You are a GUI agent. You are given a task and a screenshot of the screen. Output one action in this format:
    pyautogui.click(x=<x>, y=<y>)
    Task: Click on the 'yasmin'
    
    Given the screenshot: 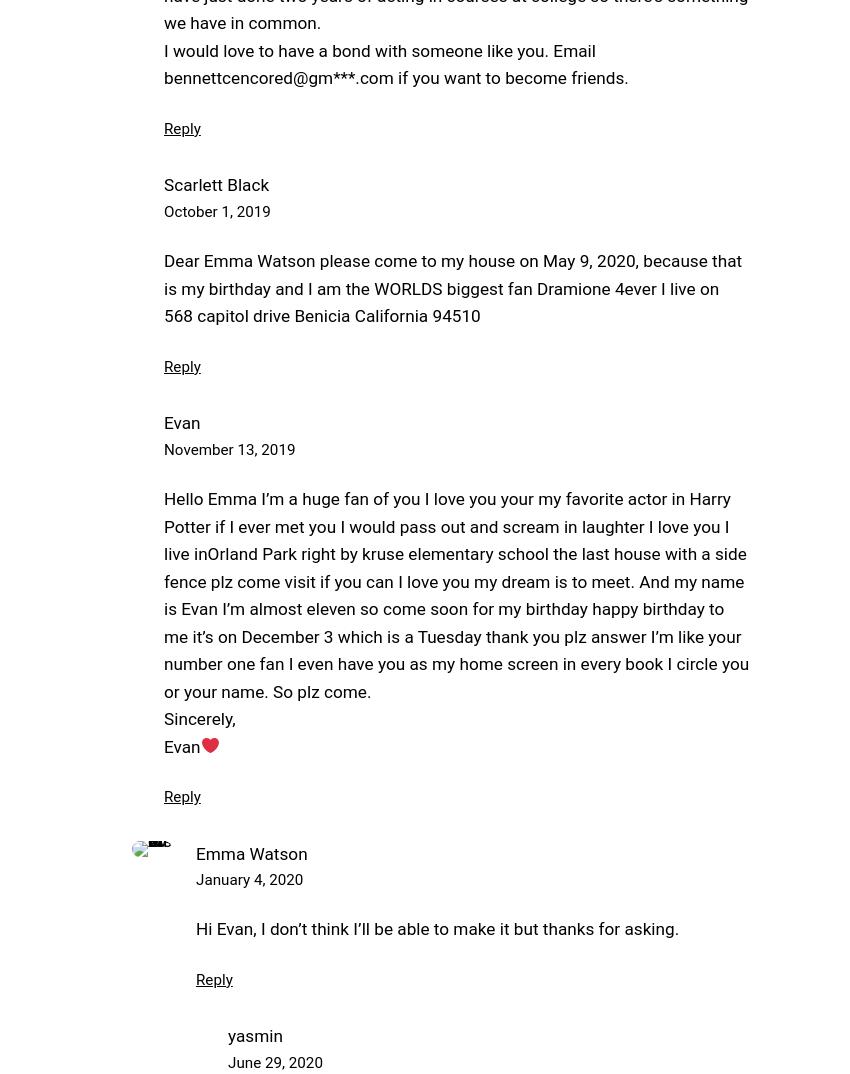 What is the action you would take?
    pyautogui.click(x=227, y=1035)
    